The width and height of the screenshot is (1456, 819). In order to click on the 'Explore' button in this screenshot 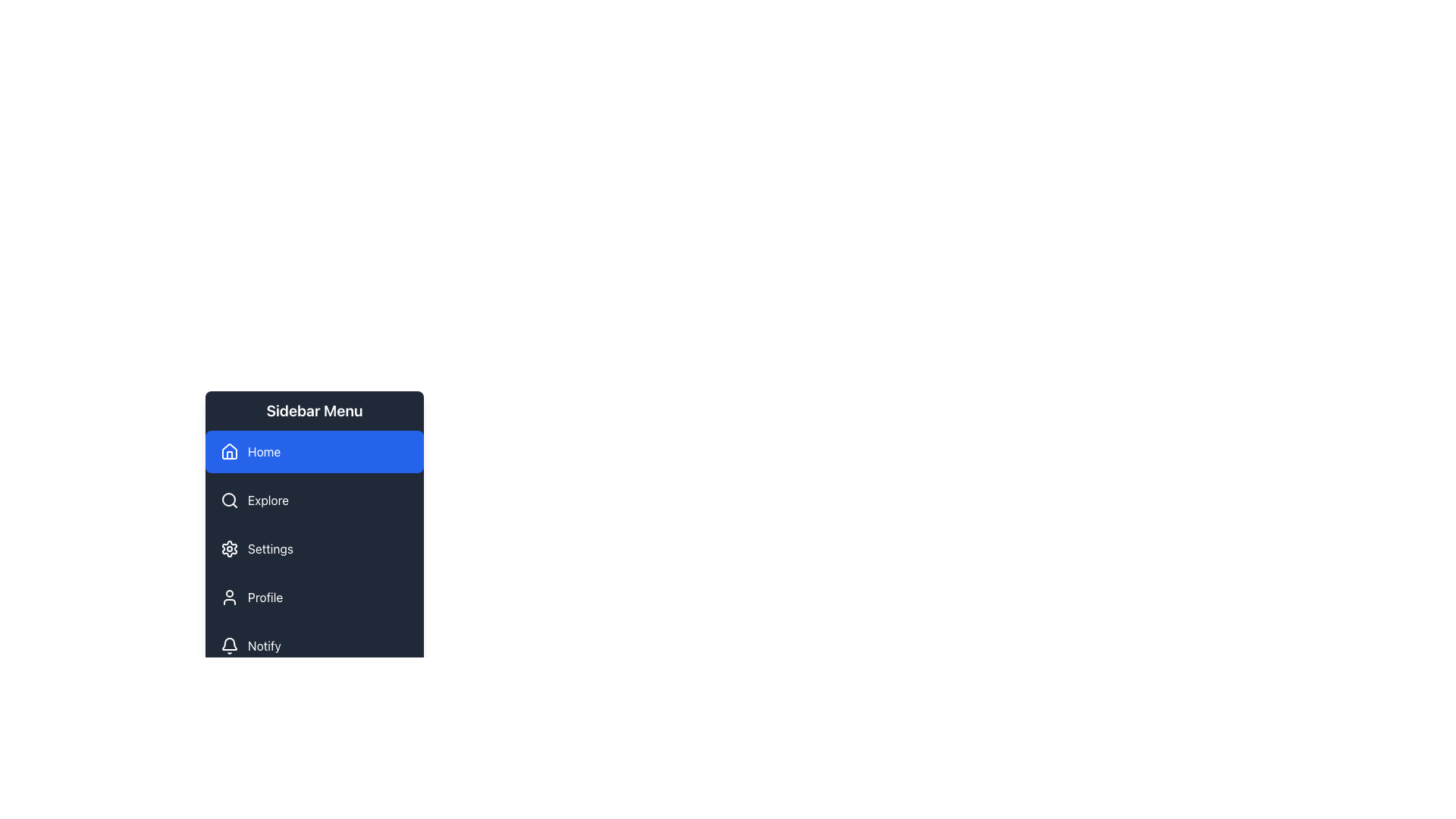, I will do `click(313, 500)`.